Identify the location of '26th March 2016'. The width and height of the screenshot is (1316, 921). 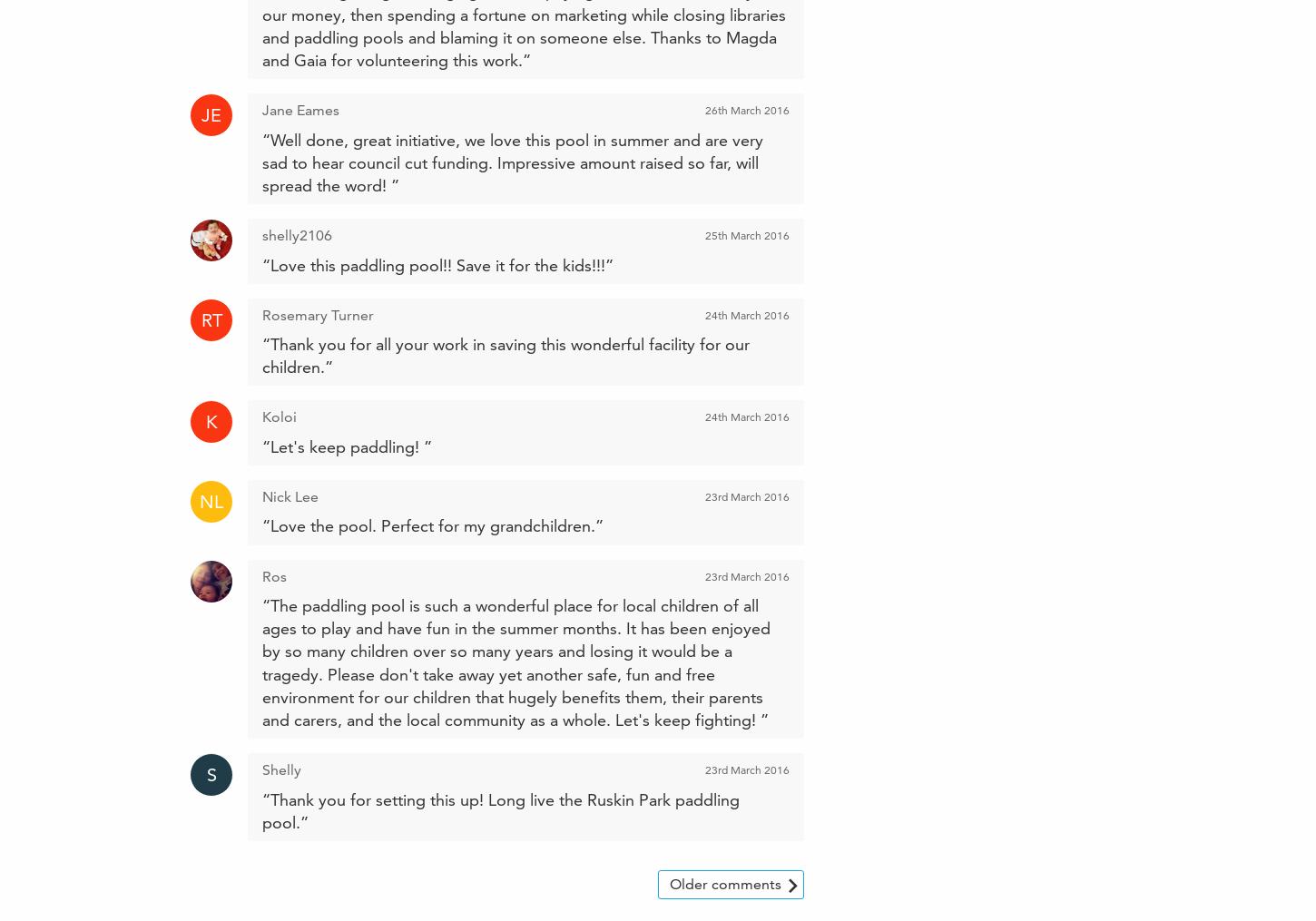
(747, 110).